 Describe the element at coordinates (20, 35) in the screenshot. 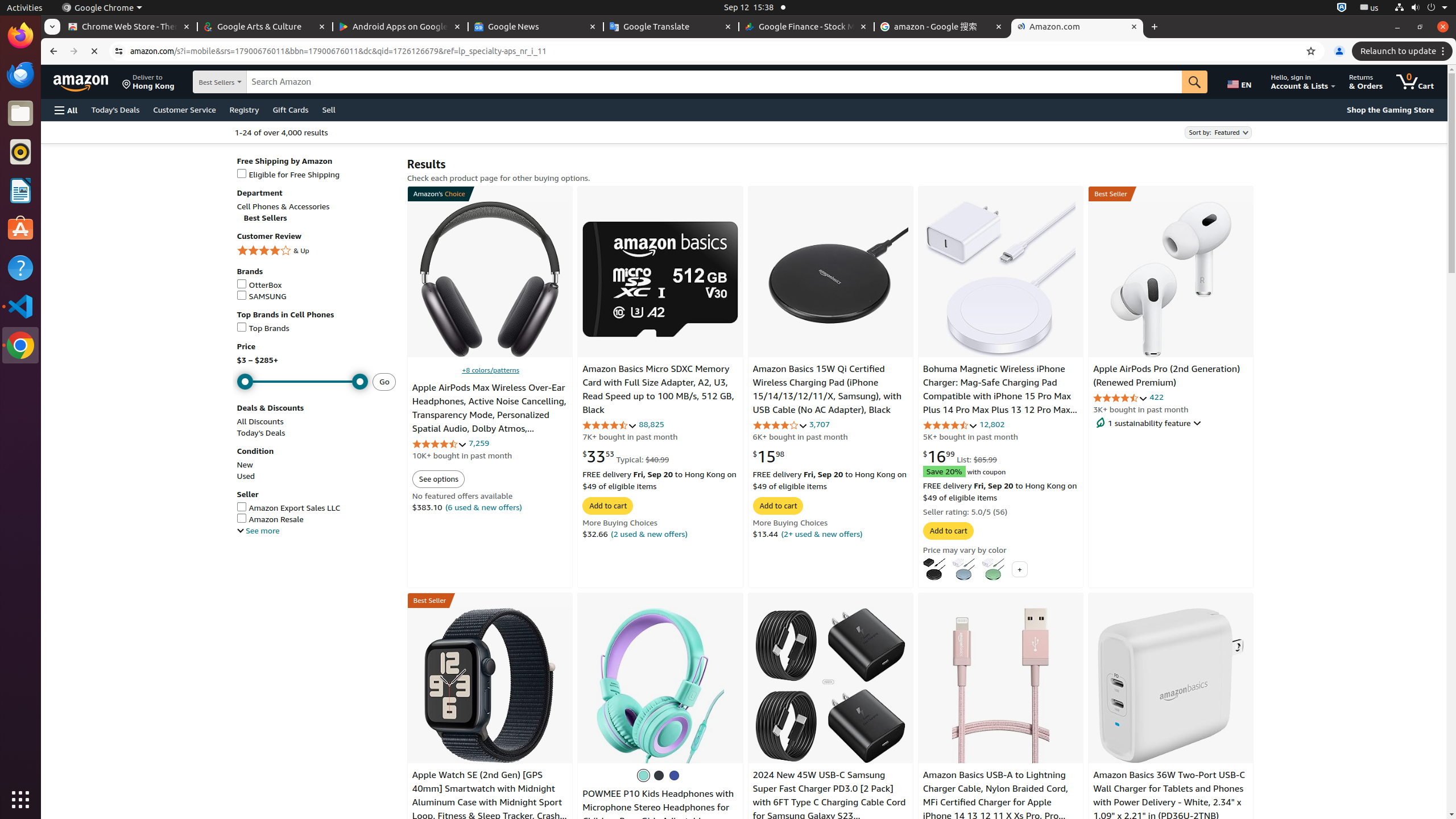

I see `'Firefox Web Browser'` at that location.